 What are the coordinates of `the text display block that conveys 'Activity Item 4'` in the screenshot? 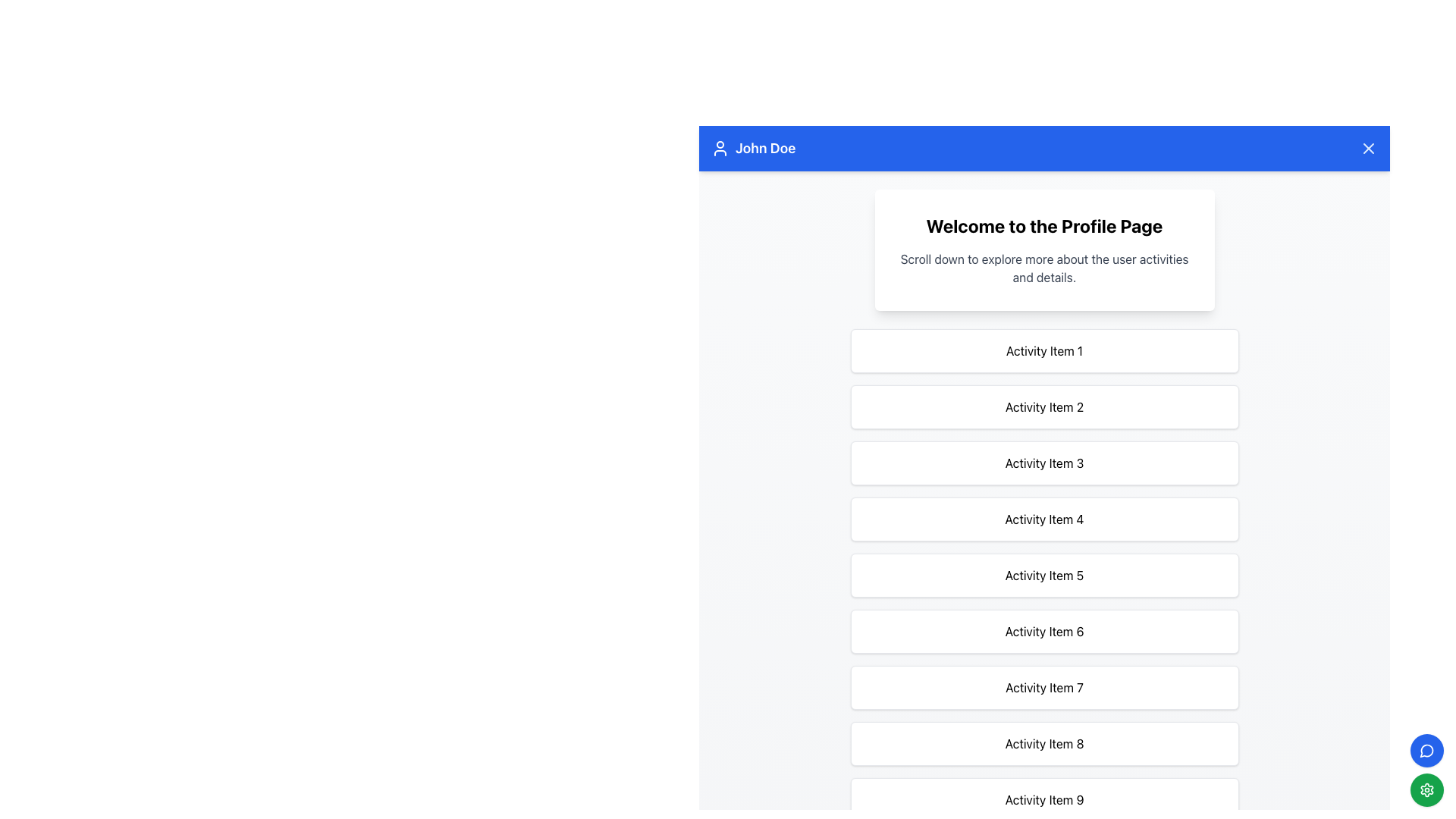 It's located at (1043, 519).